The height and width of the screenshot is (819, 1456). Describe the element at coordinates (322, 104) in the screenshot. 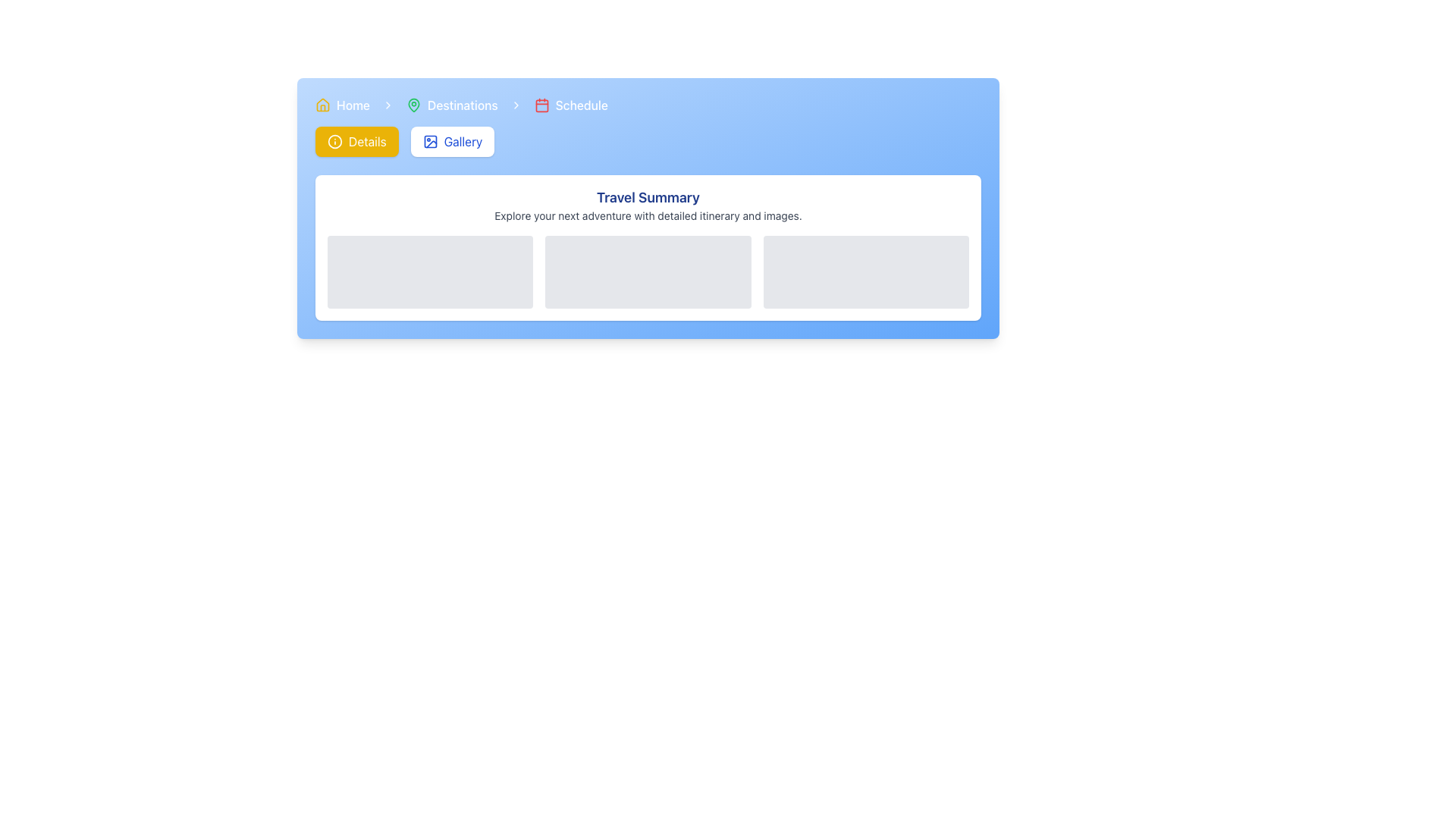

I see `the small house-shaped icon with a yellow stroke and white fill located on the left side of the navigation bar, adjacent to the text 'Home', to trigger a tooltip` at that location.